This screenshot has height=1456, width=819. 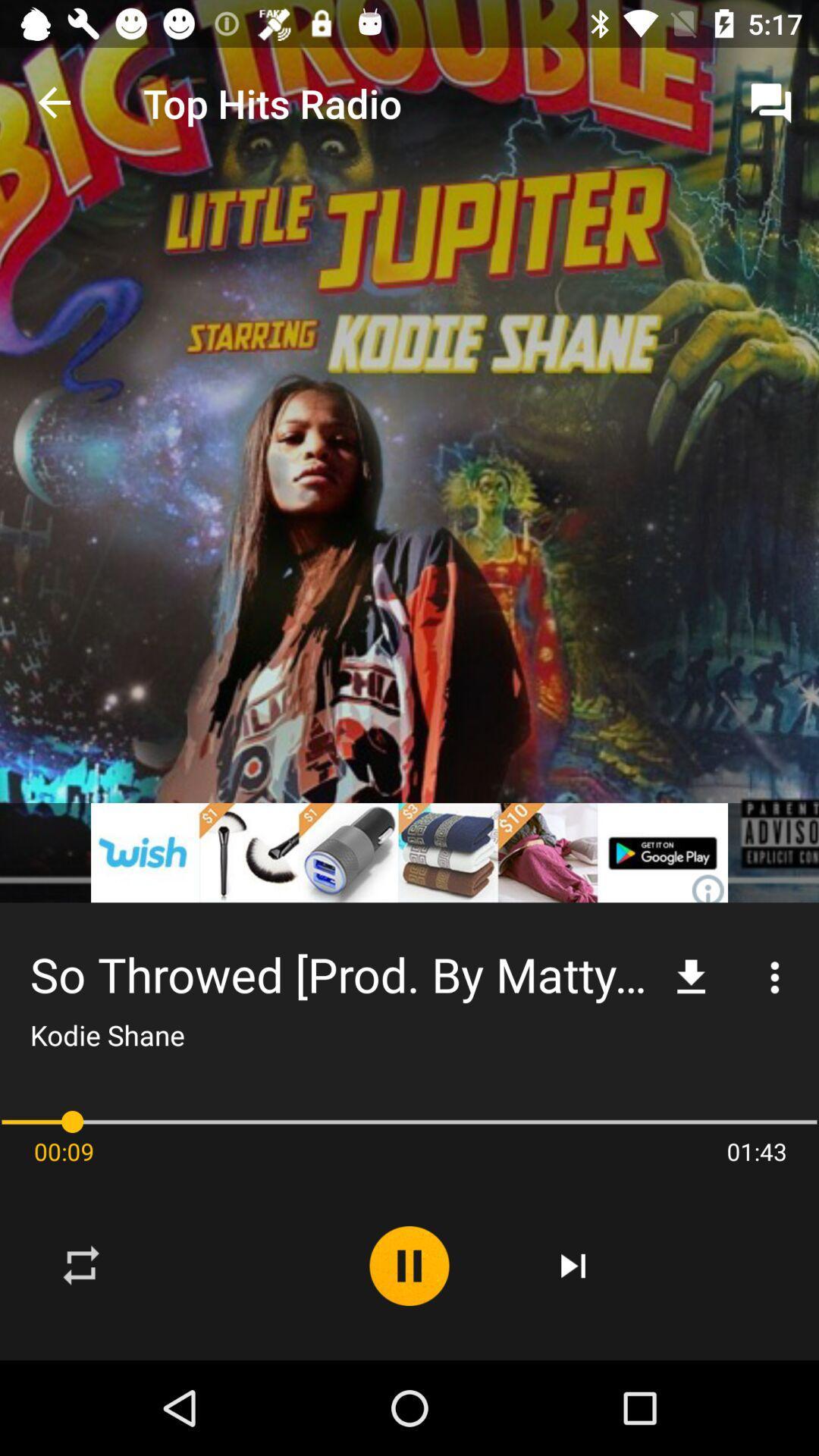 I want to click on the icon next to top hits radio app, so click(x=771, y=102).